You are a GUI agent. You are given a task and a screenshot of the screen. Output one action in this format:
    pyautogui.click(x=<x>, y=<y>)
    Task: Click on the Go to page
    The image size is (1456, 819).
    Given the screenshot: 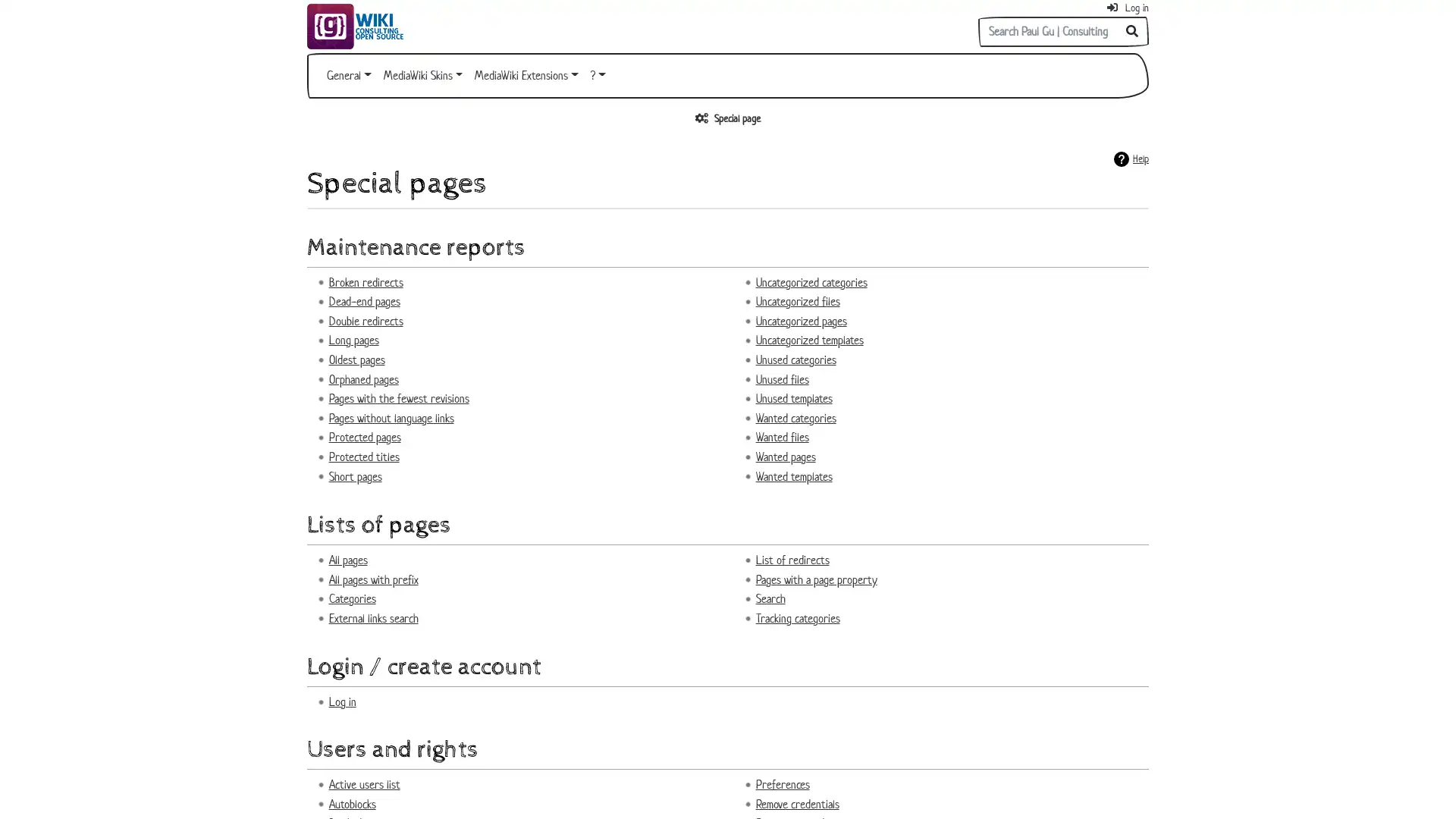 What is the action you would take?
    pyautogui.click(x=1132, y=32)
    